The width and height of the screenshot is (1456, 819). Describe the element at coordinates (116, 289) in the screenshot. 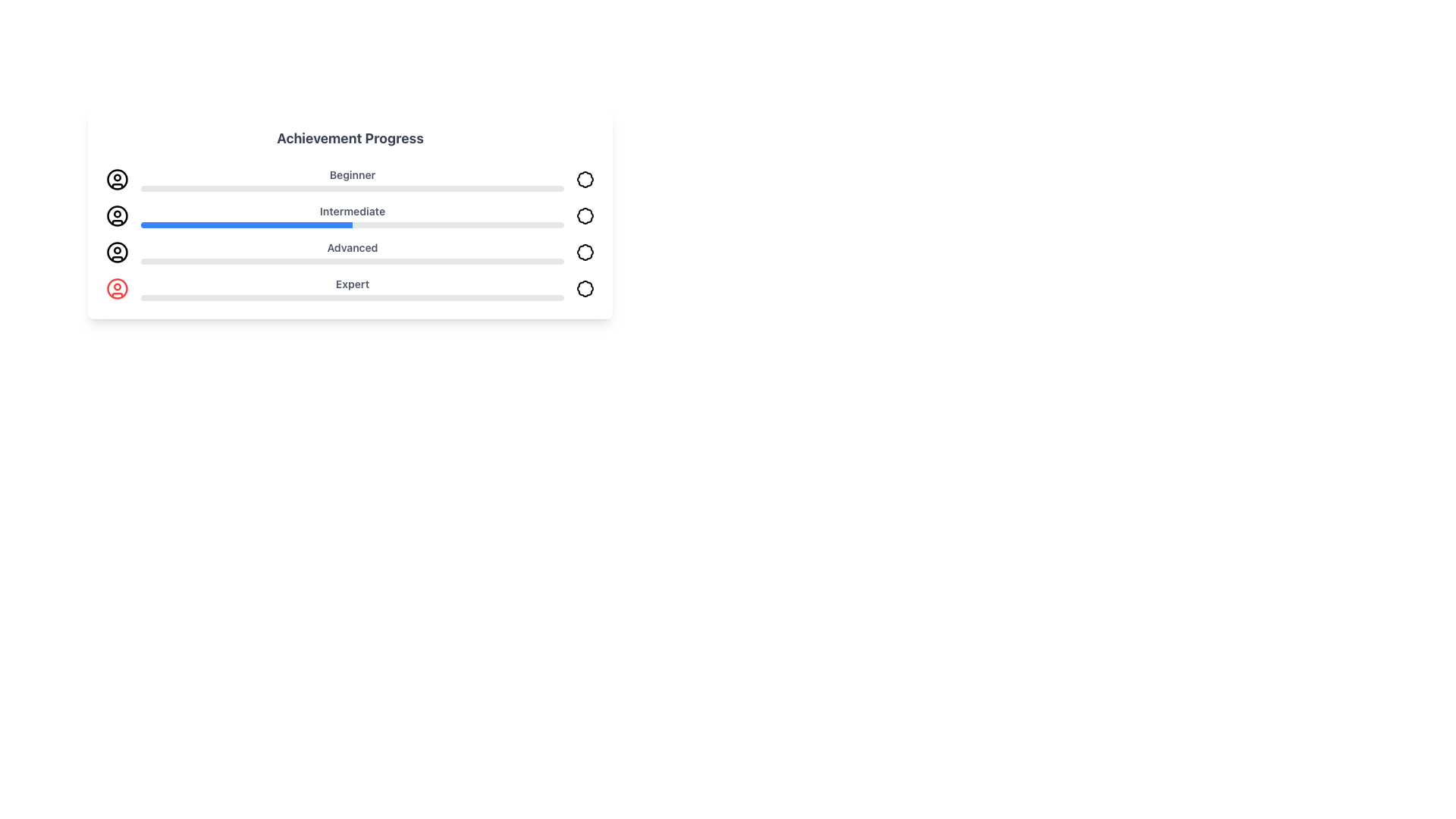

I see `the circular graphical icon that serves as a user or status representation, positioned at the leftmost side of the interface next to the 'Expert' label` at that location.